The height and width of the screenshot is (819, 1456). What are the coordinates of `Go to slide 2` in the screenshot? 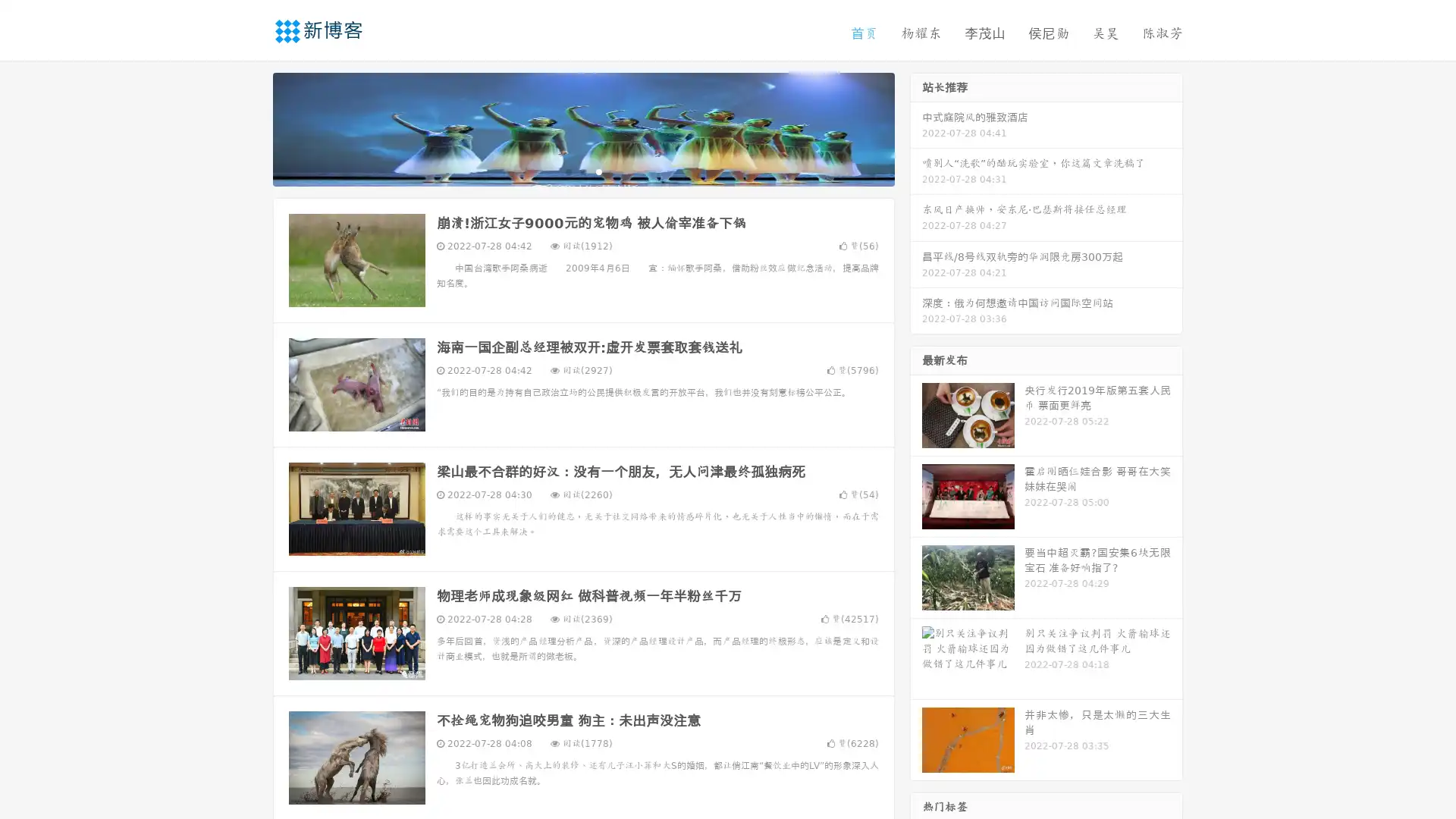 It's located at (582, 171).